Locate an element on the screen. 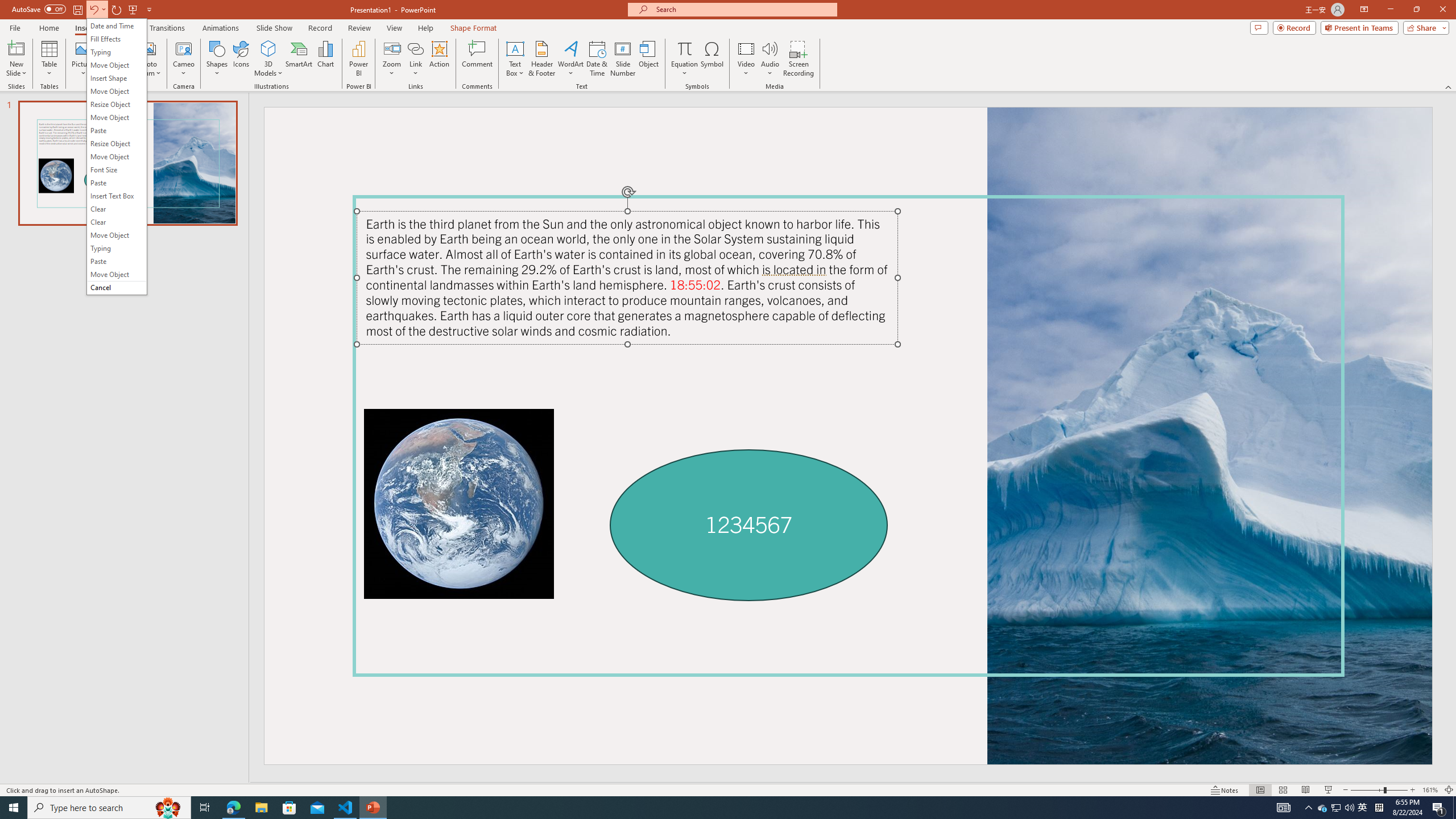 Image resolution: width=1456 pixels, height=819 pixels. 'Notes ' is located at coordinates (1225, 790).